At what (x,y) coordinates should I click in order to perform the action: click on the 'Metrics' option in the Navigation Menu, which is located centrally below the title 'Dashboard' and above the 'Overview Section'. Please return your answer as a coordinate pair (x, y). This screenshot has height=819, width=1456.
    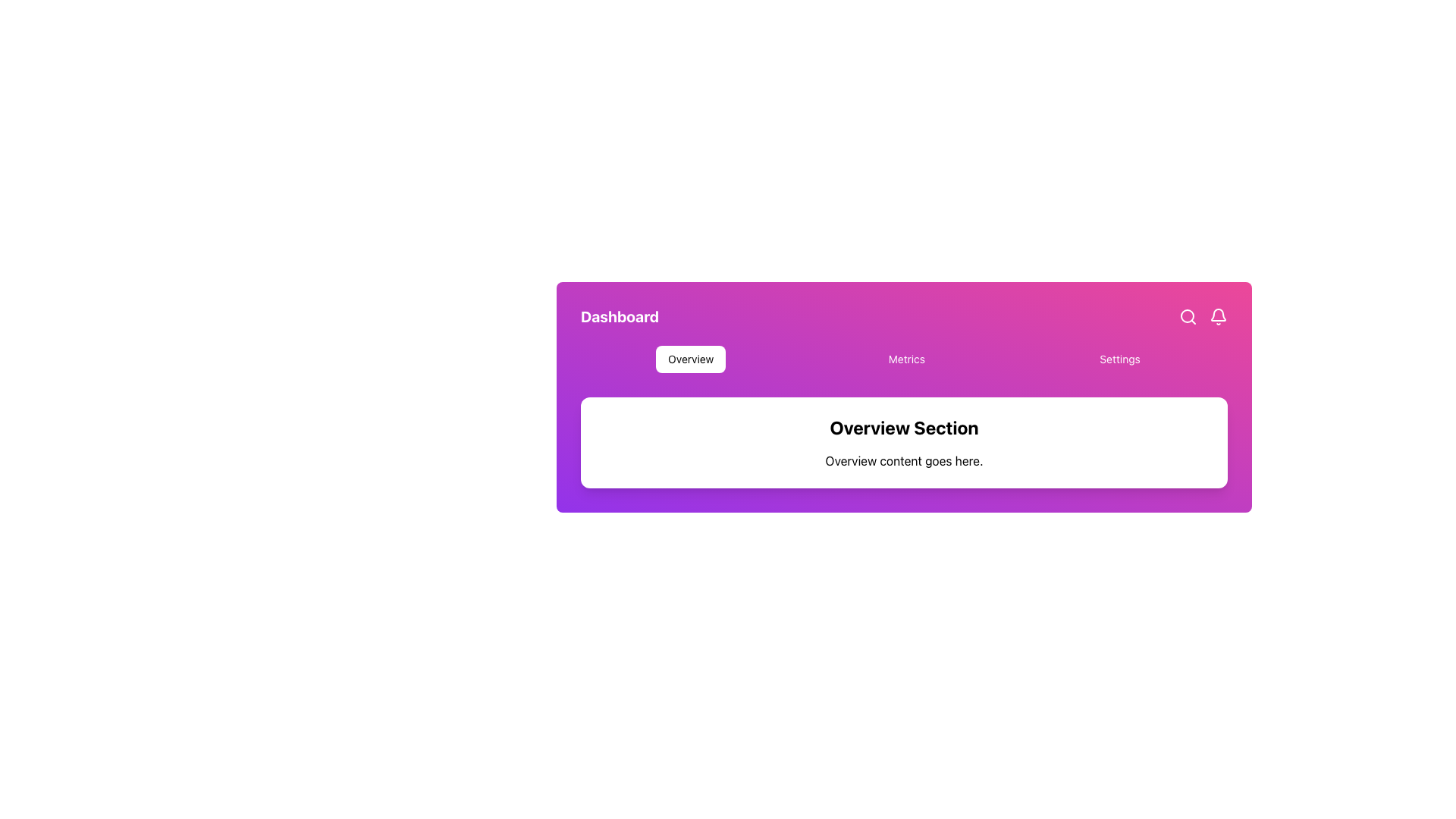
    Looking at the image, I should click on (904, 359).